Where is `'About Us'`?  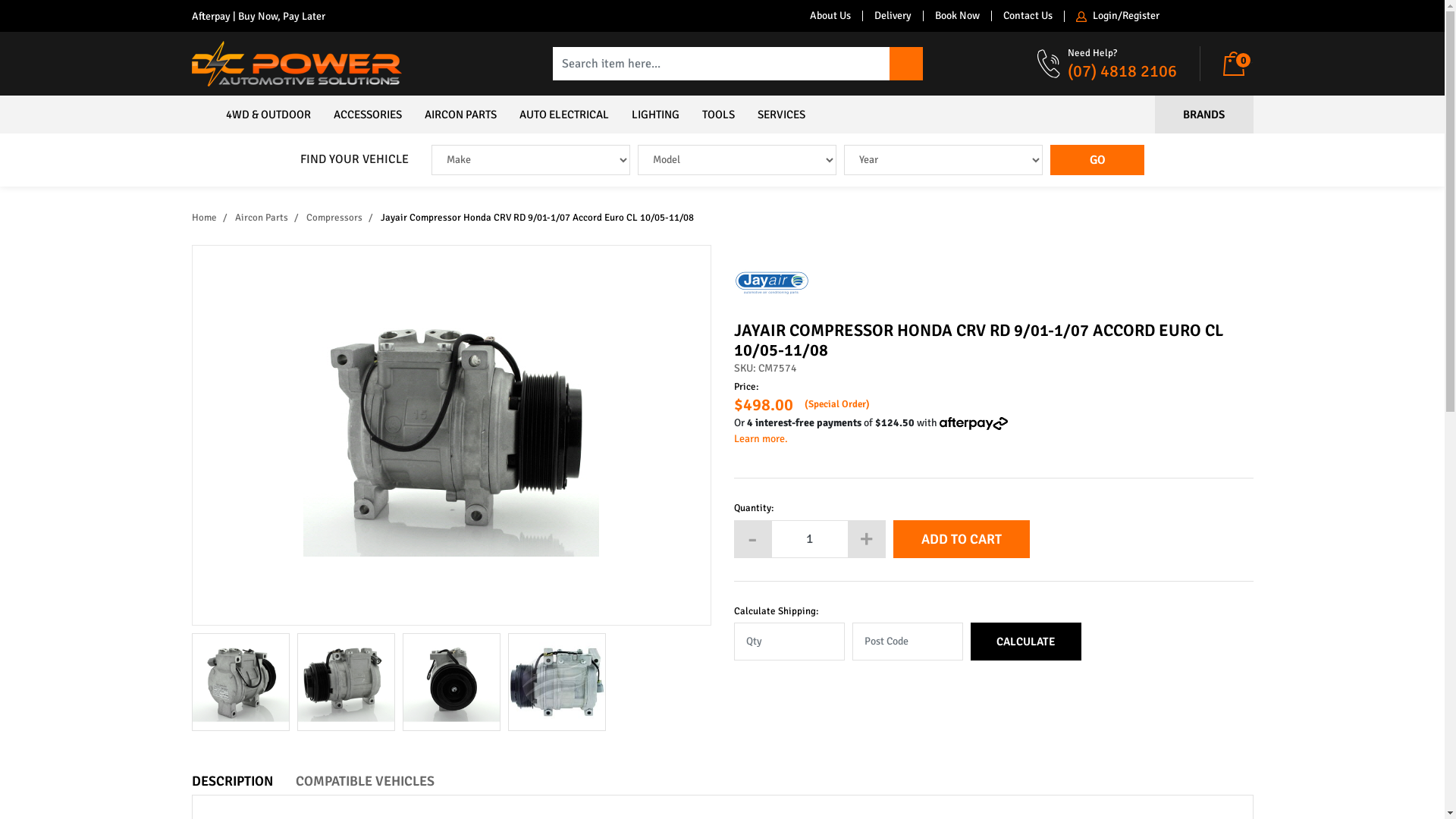 'About Us' is located at coordinates (796, 15).